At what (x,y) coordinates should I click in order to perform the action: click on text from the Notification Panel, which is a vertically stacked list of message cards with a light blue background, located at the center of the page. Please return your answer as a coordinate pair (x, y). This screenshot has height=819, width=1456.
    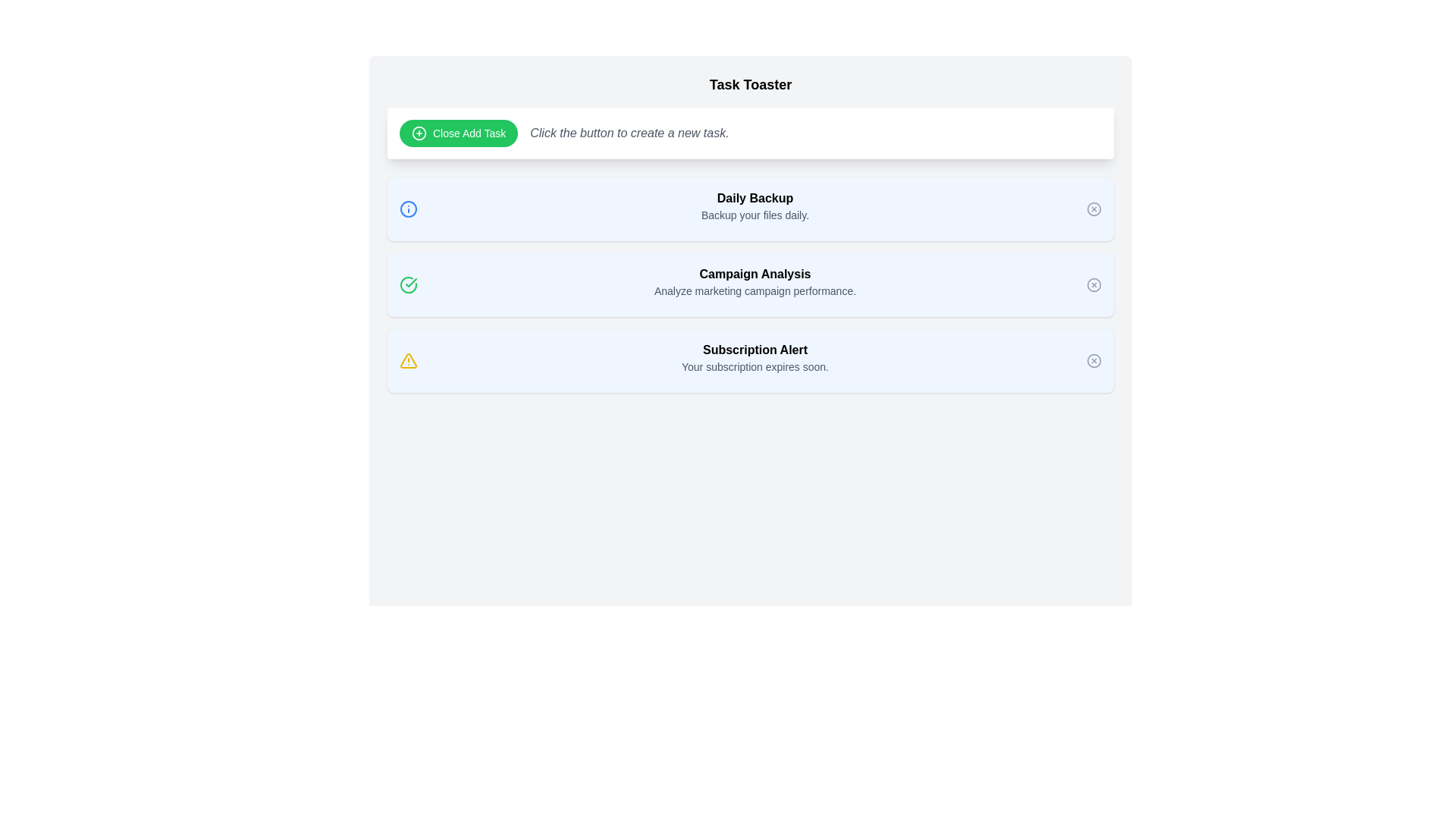
    Looking at the image, I should click on (750, 284).